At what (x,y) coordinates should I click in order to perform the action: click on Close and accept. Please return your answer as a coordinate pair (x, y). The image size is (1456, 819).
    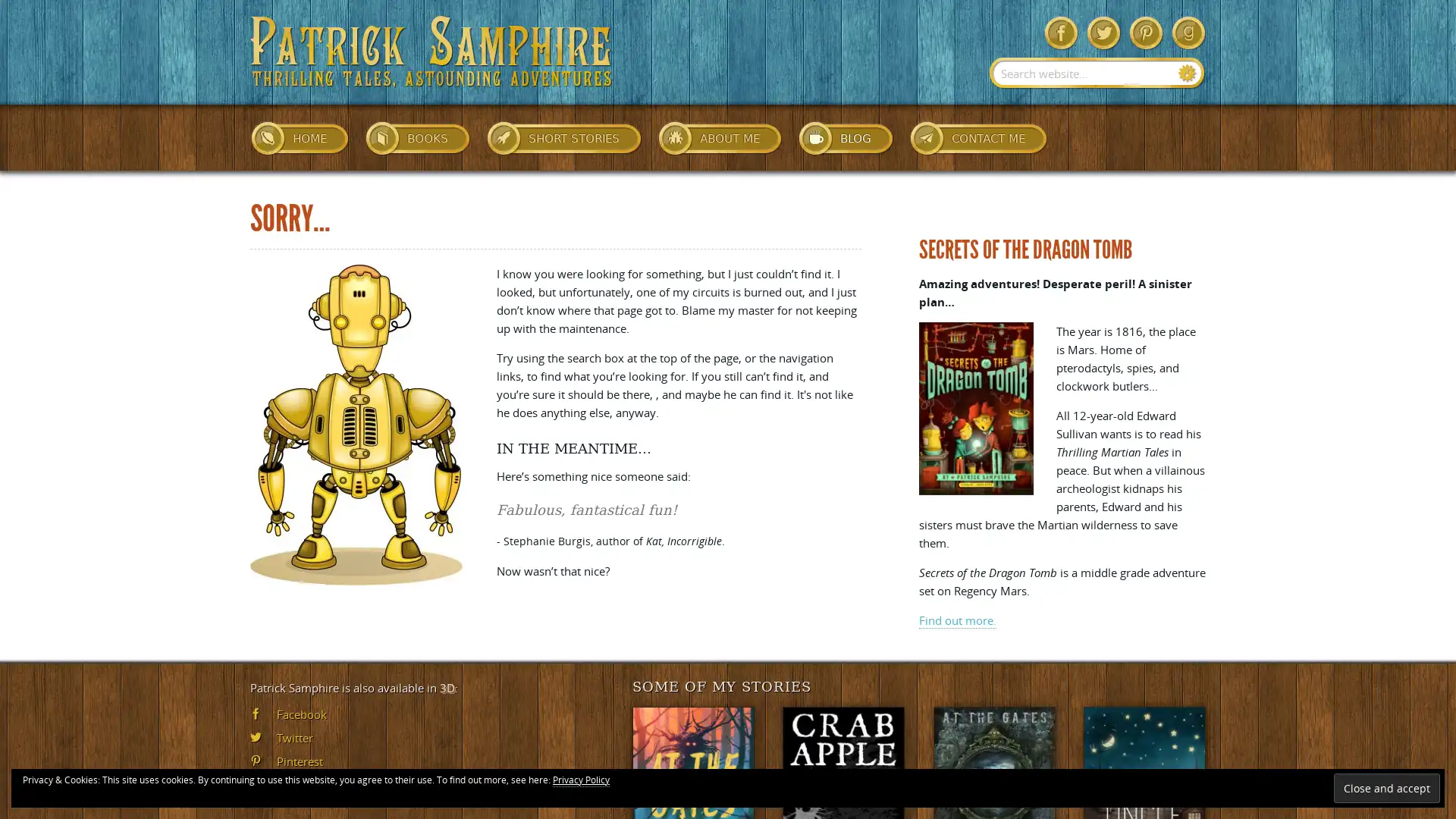
    Looking at the image, I should click on (1386, 787).